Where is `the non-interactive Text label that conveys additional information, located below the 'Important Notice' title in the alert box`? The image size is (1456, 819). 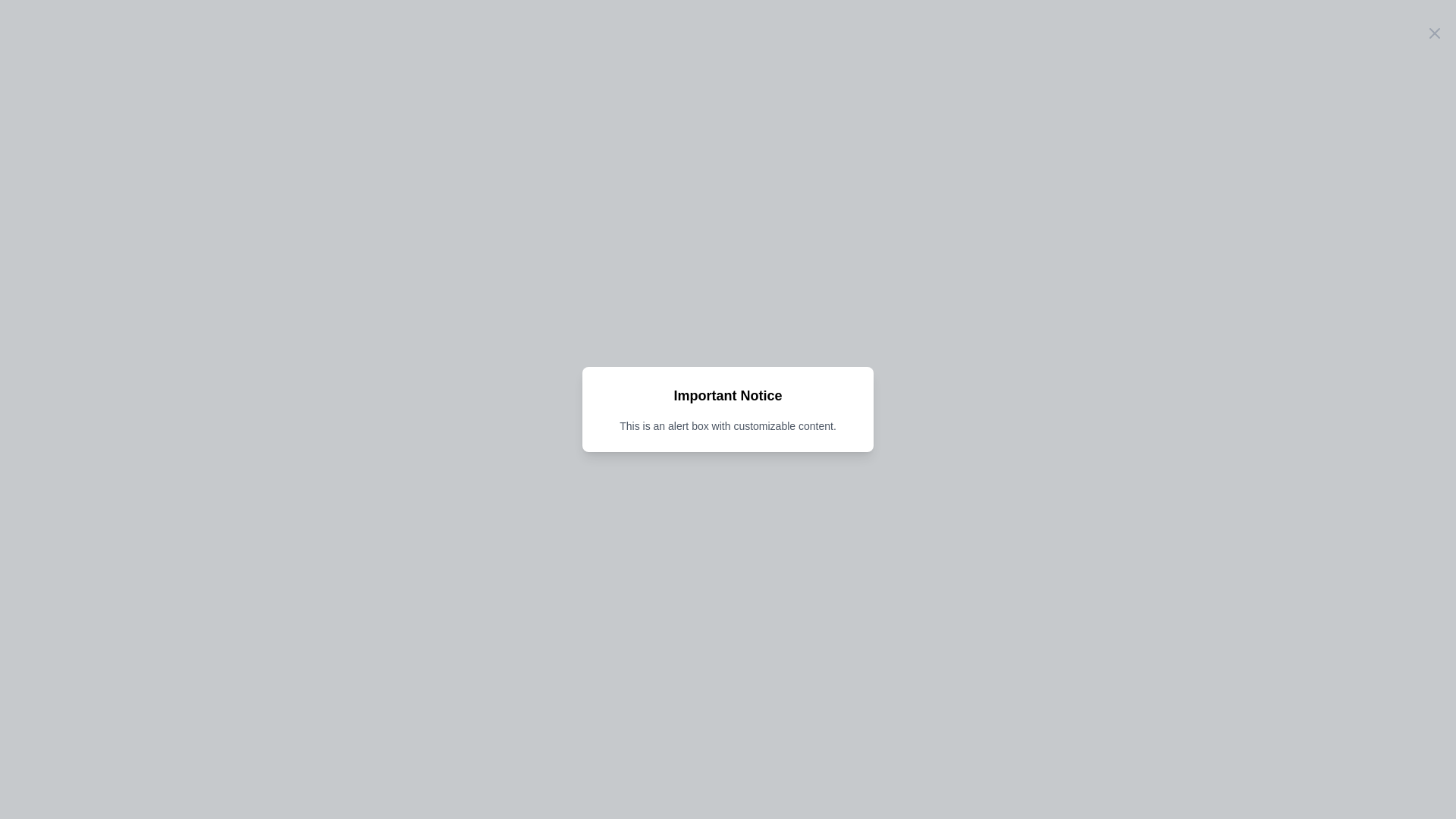
the non-interactive Text label that conveys additional information, located below the 'Important Notice' title in the alert box is located at coordinates (728, 426).